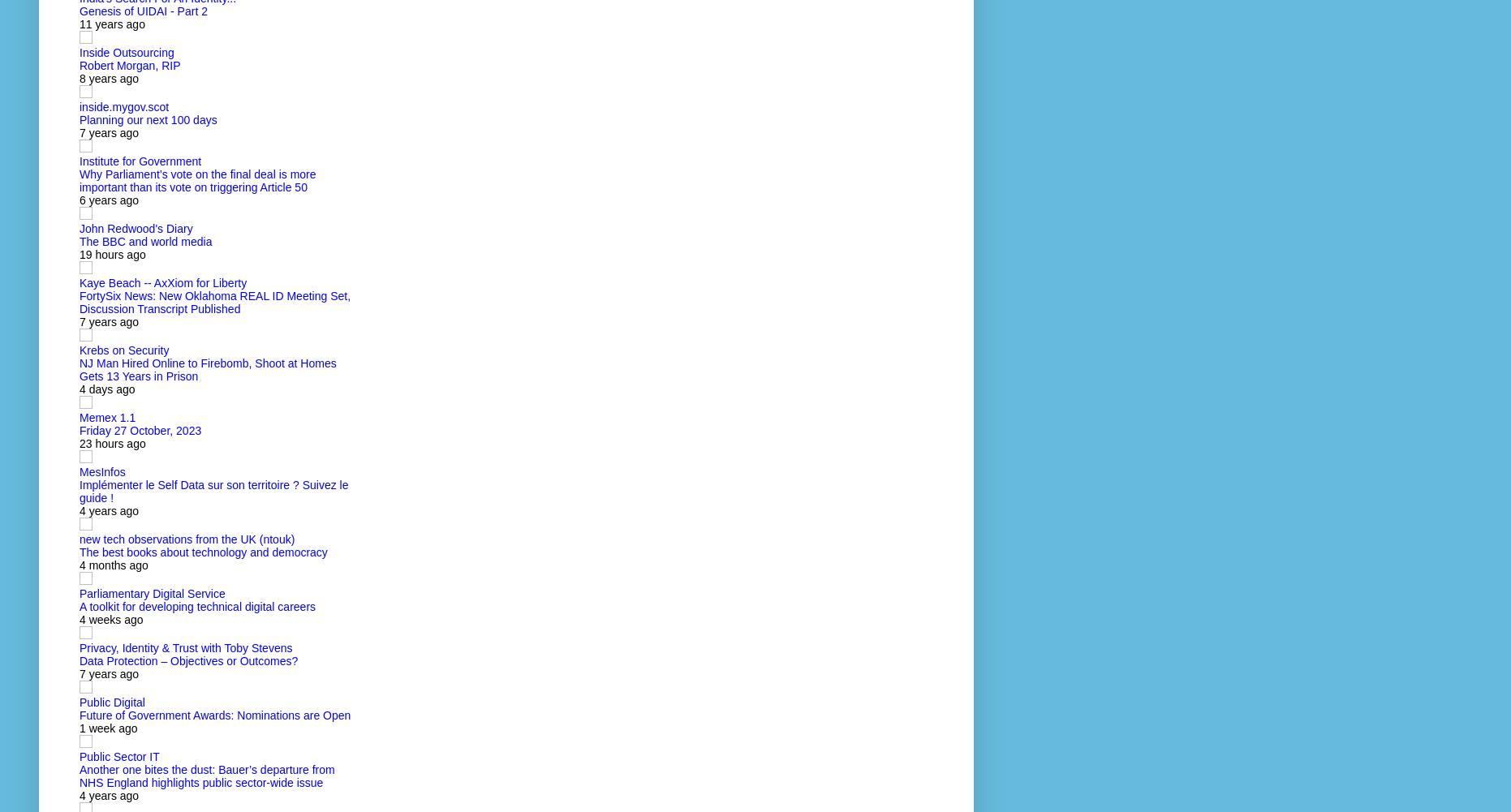 This screenshot has width=1511, height=812. What do you see at coordinates (110, 619) in the screenshot?
I see `'4 weeks ago'` at bounding box center [110, 619].